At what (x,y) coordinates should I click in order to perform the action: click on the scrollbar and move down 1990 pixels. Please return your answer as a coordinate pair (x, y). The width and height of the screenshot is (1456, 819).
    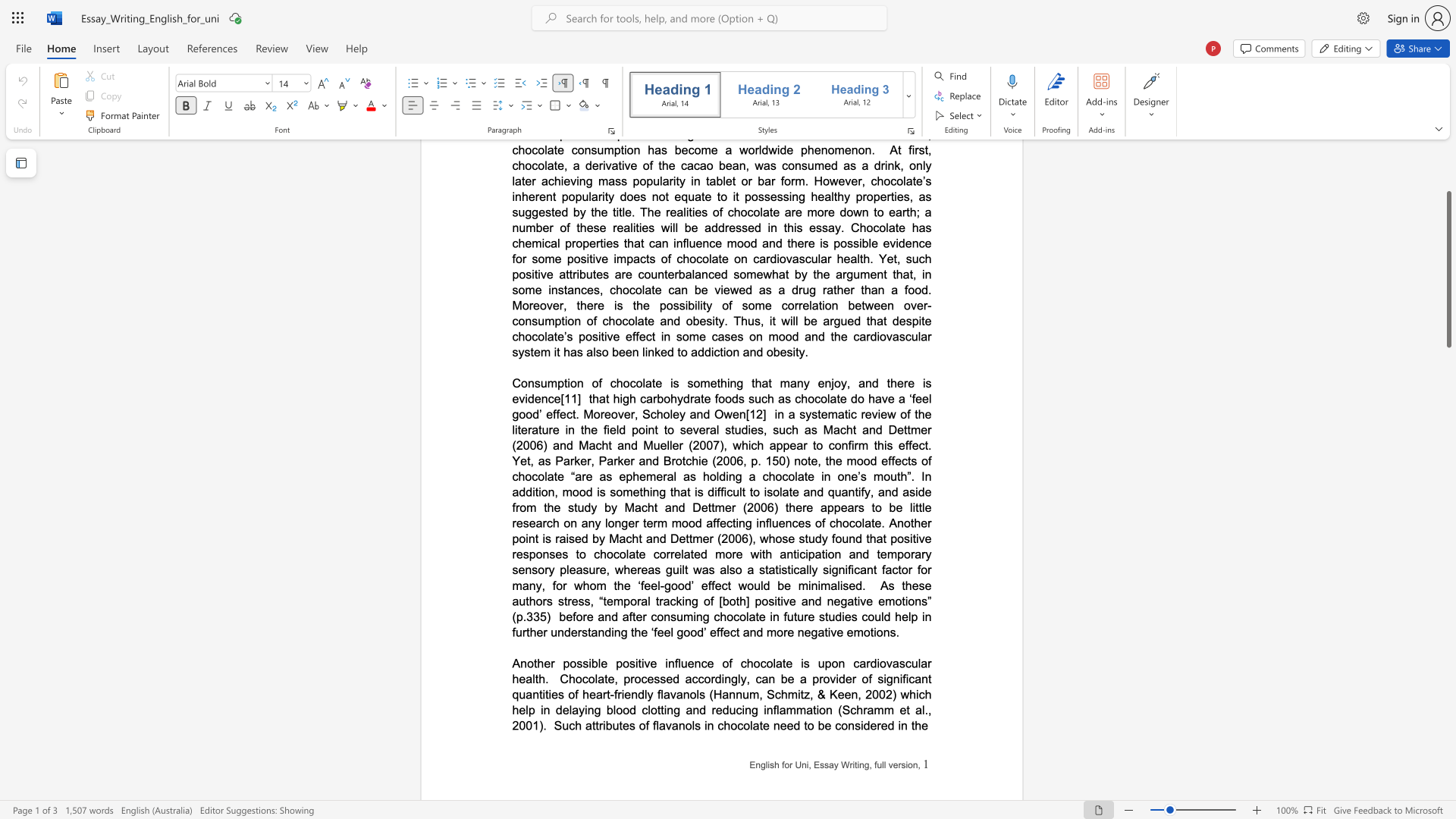
    Looking at the image, I should click on (1448, 268).